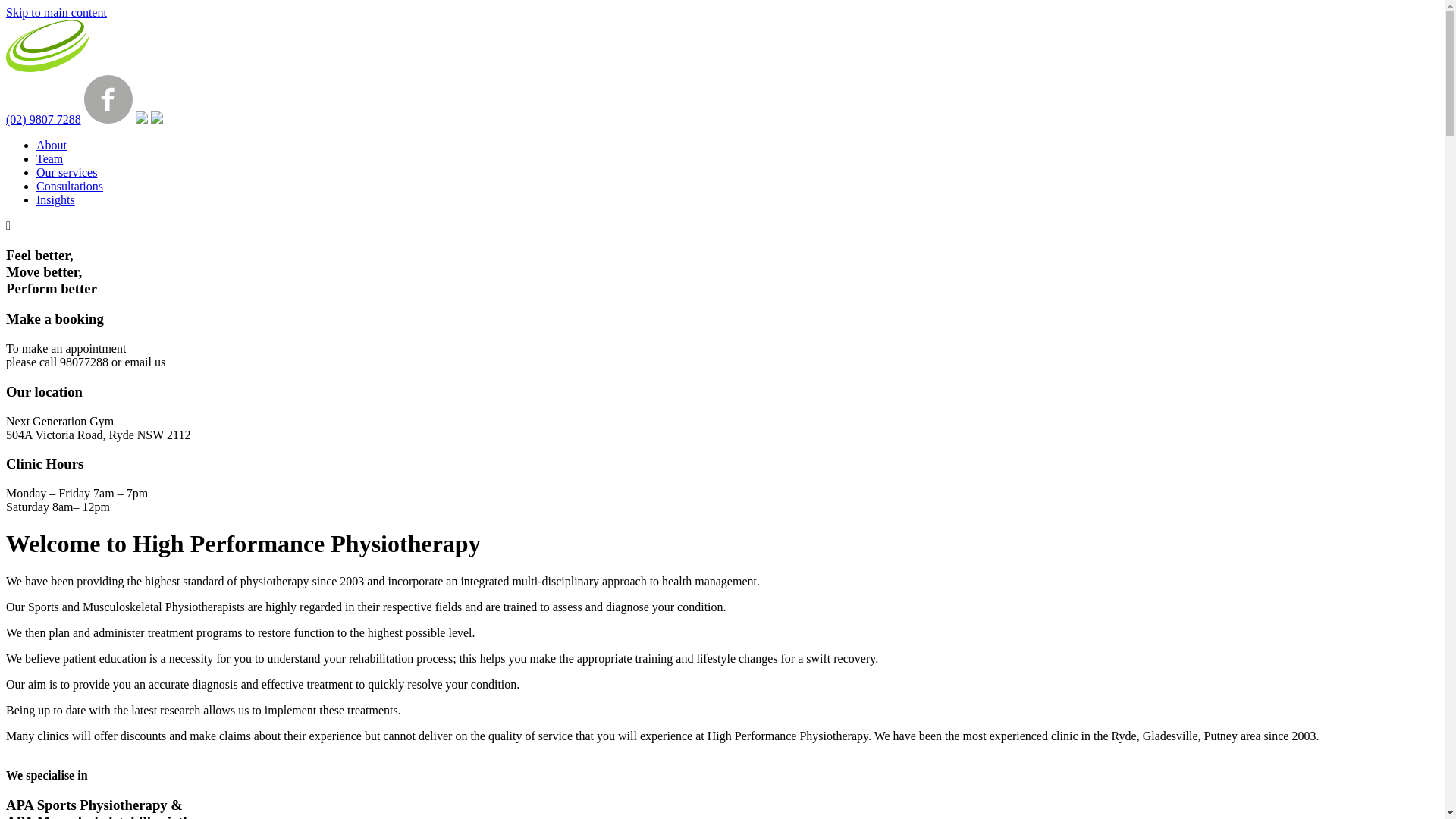  Describe the element at coordinates (68, 185) in the screenshot. I see `'Consultations'` at that location.